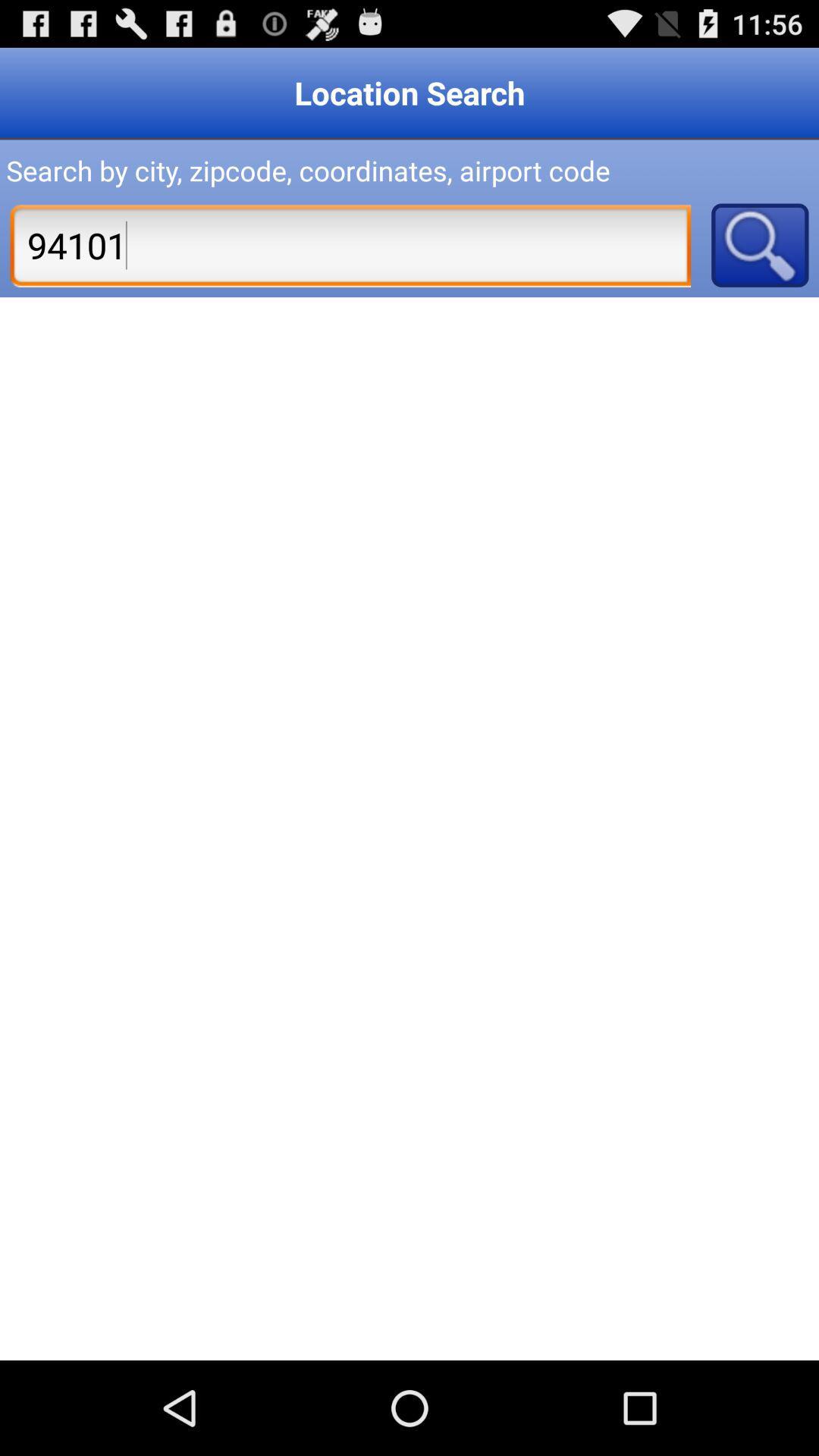 Image resolution: width=819 pixels, height=1456 pixels. Describe the element at coordinates (760, 262) in the screenshot. I see `the search icon` at that location.